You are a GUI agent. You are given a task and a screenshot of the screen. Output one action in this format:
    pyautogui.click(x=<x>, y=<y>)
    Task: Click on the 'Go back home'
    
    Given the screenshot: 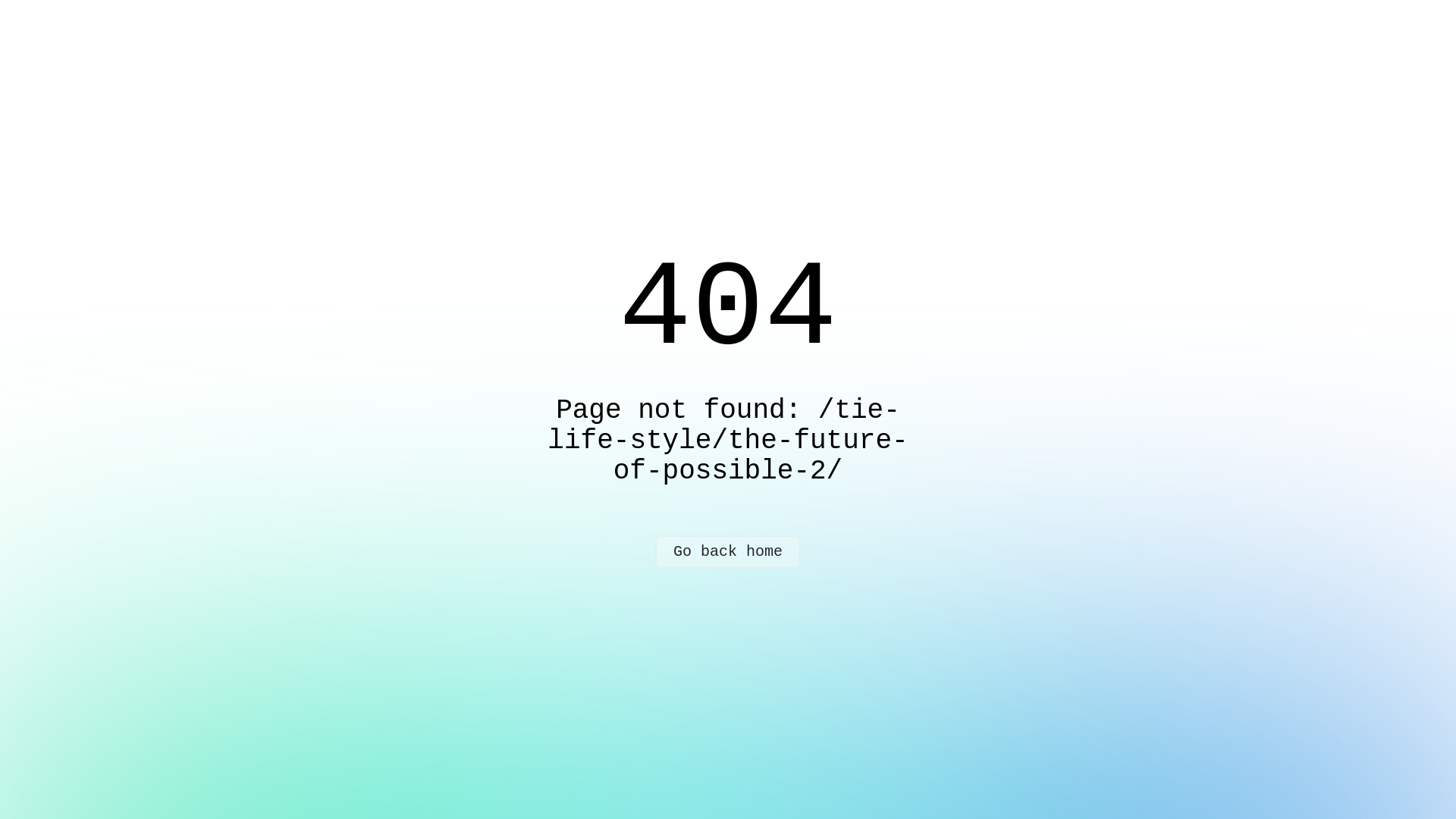 What is the action you would take?
    pyautogui.click(x=728, y=552)
    